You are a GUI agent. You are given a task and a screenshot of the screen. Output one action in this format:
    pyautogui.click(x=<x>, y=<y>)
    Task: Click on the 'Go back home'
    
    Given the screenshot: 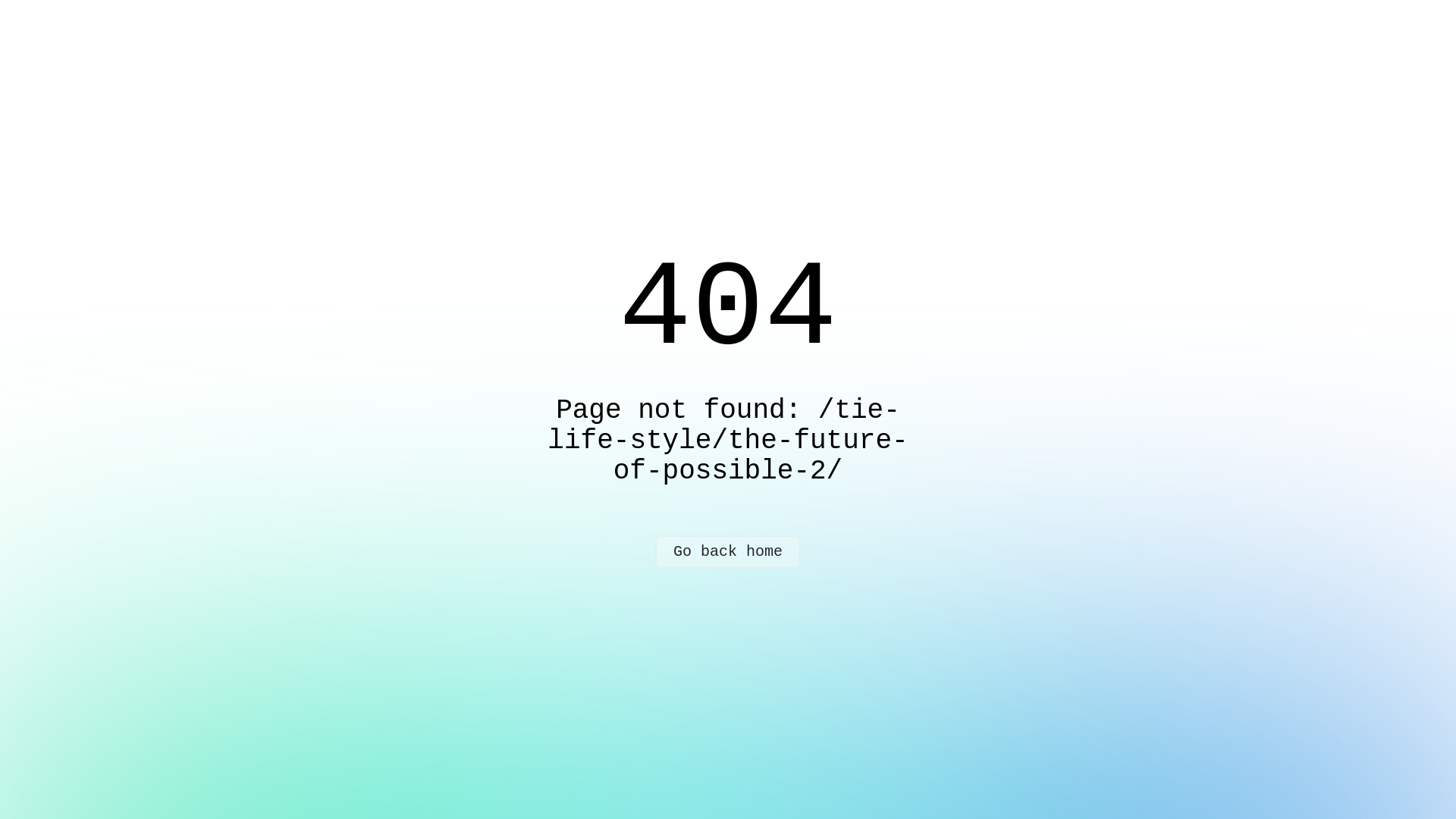 What is the action you would take?
    pyautogui.click(x=728, y=552)
    